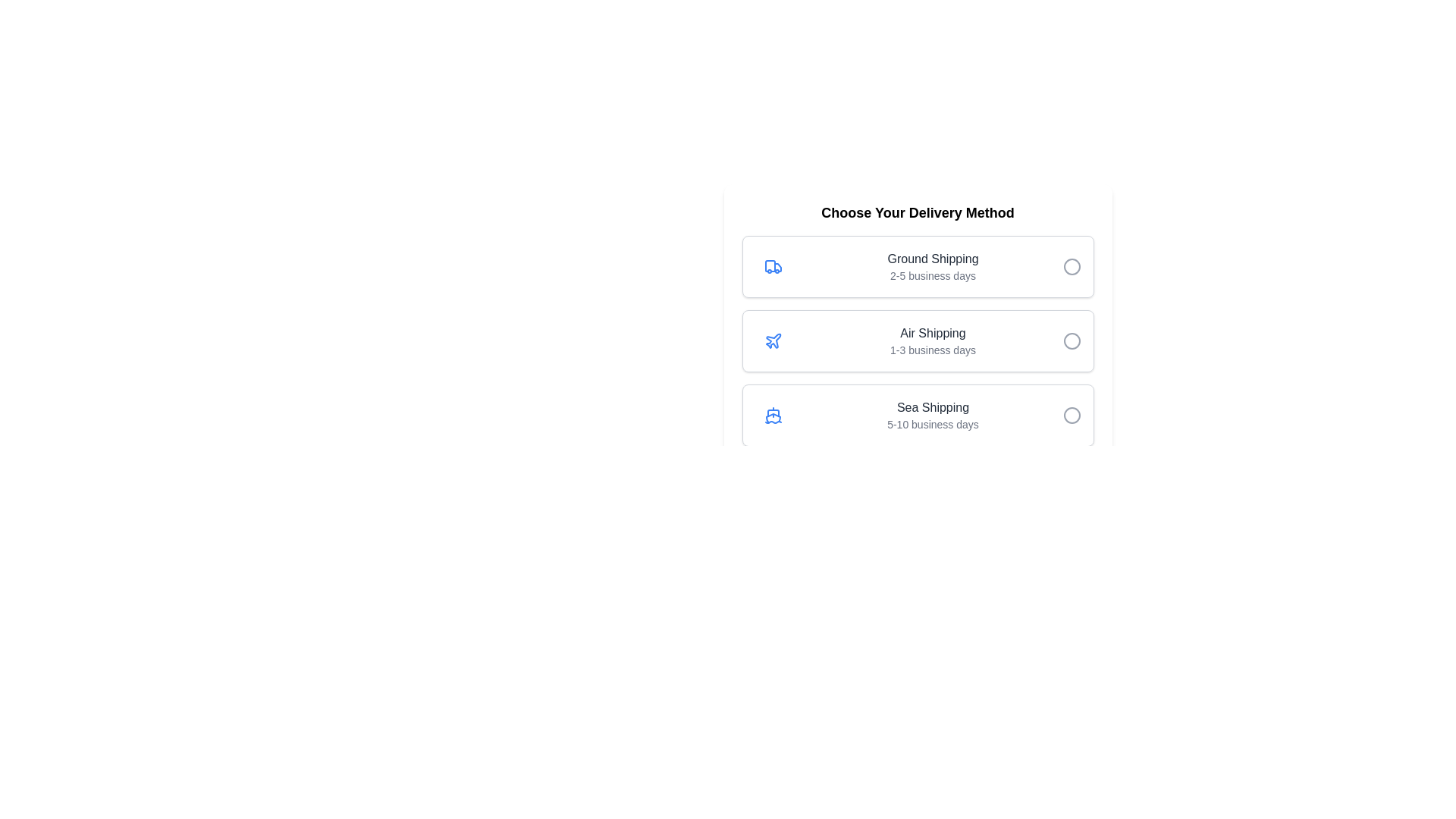 The width and height of the screenshot is (1456, 819). Describe the element at coordinates (932, 275) in the screenshot. I see `the text element displaying '2-5 business days', which is located below the 'Ground Shipping' label` at that location.